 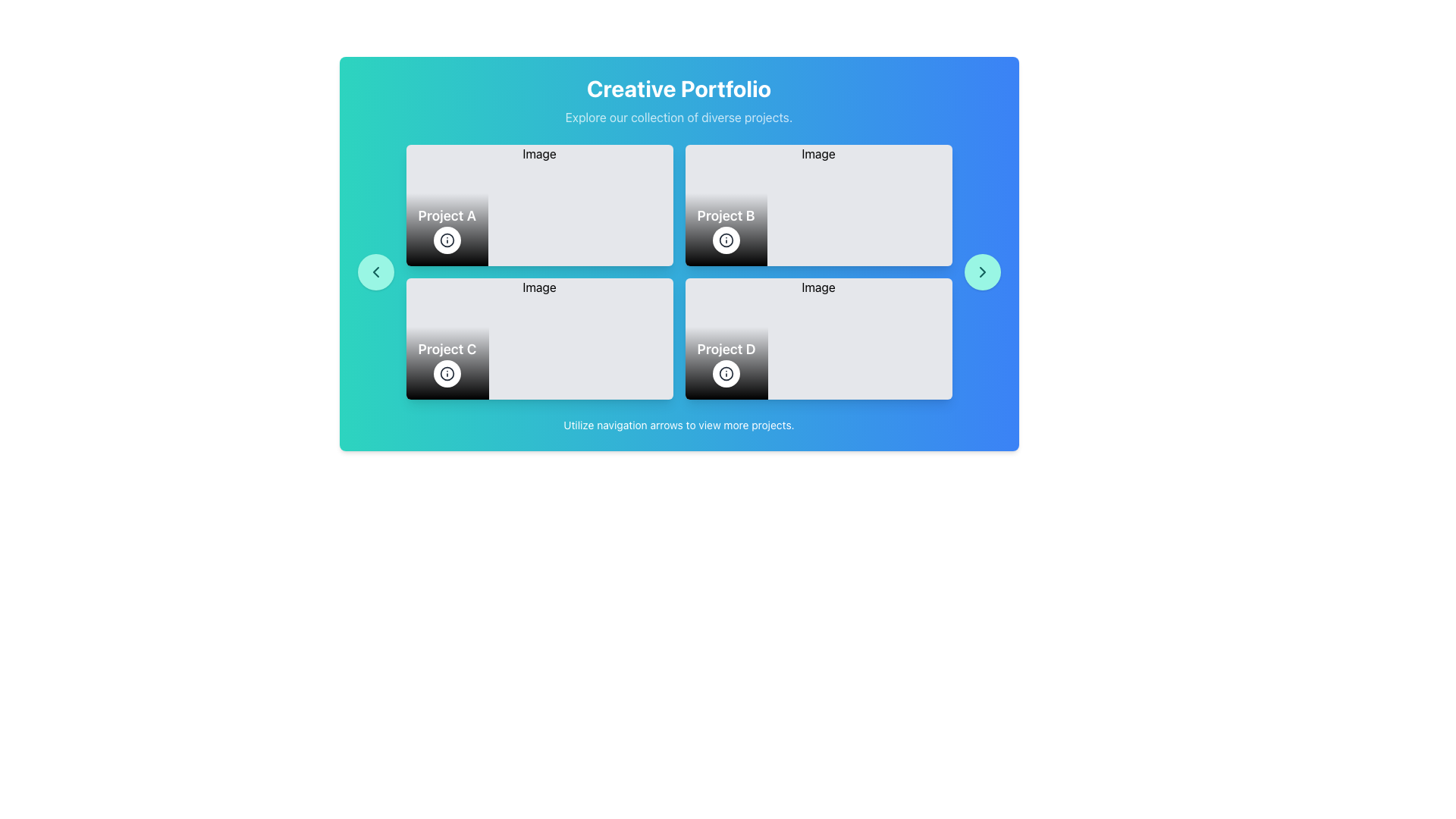 I want to click on the project tile labeled 'Project C' in the project portfolio grid, located in the lower left quadrant of the grid, so click(x=447, y=362).